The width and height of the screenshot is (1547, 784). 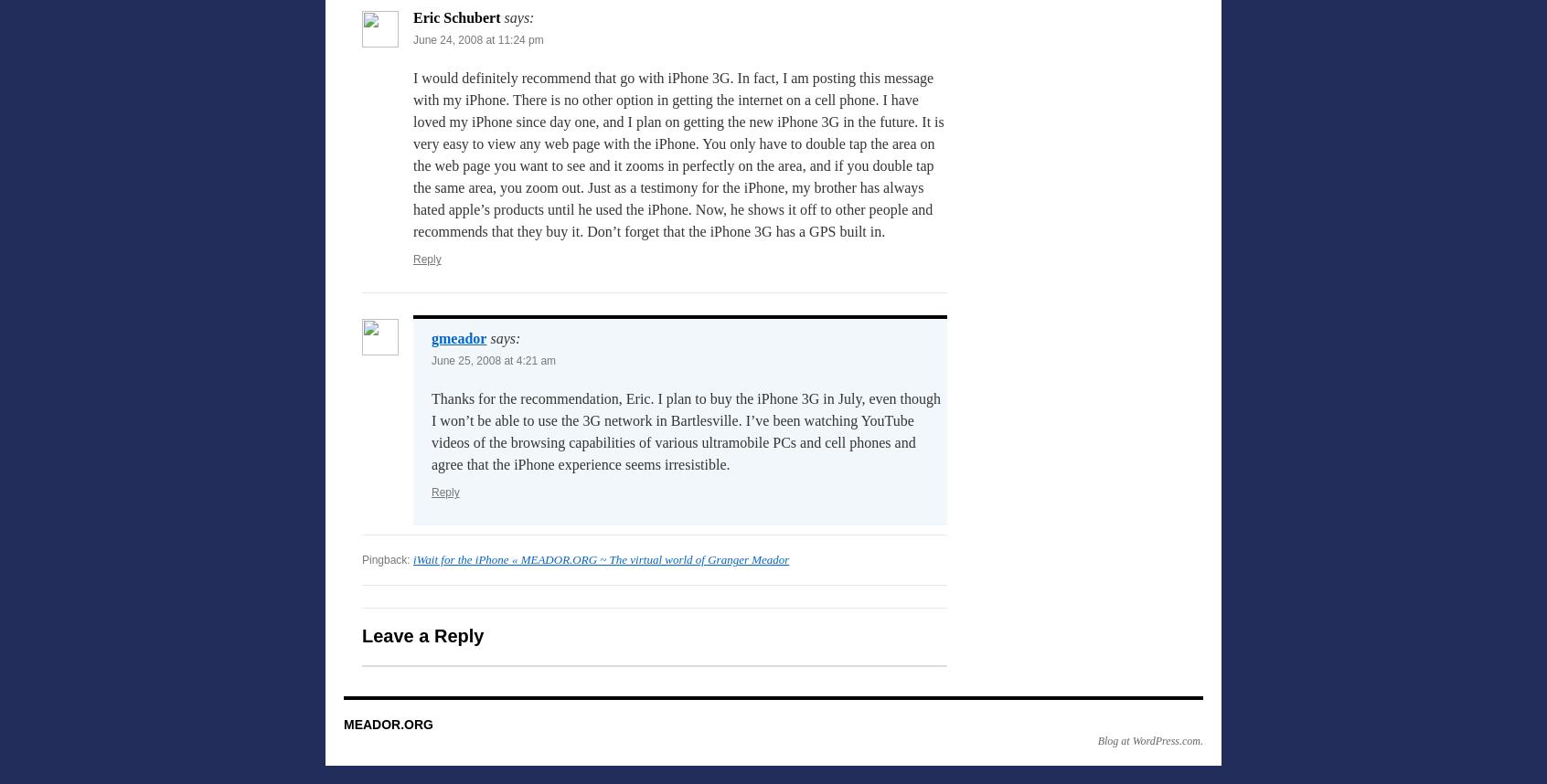 I want to click on 'iWait for the iPhone « MEADOR.ORG ~ The virtual world of Granger Meador', so click(x=601, y=559).